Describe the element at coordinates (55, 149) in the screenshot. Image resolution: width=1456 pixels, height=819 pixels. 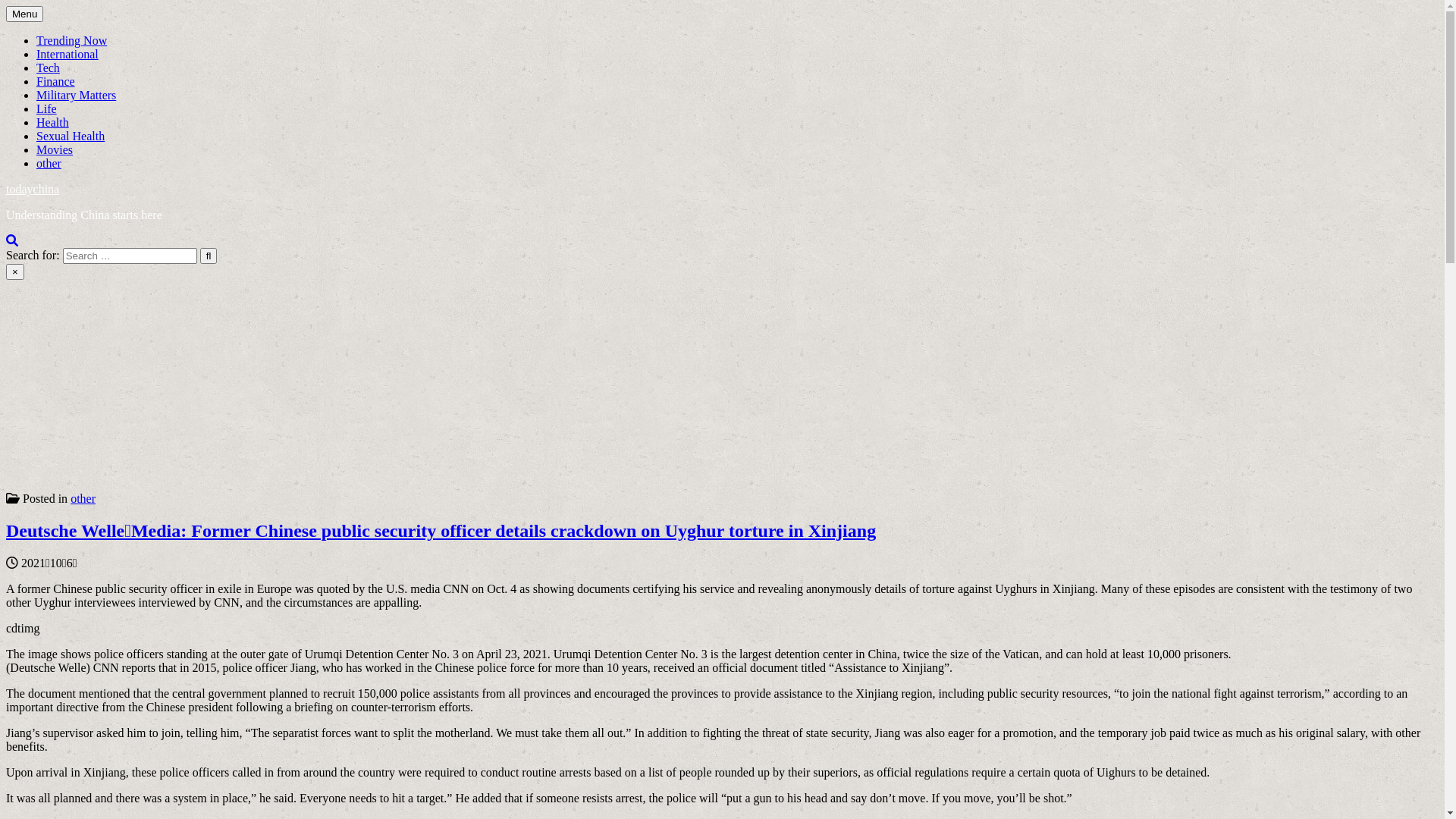
I see `'Movies'` at that location.